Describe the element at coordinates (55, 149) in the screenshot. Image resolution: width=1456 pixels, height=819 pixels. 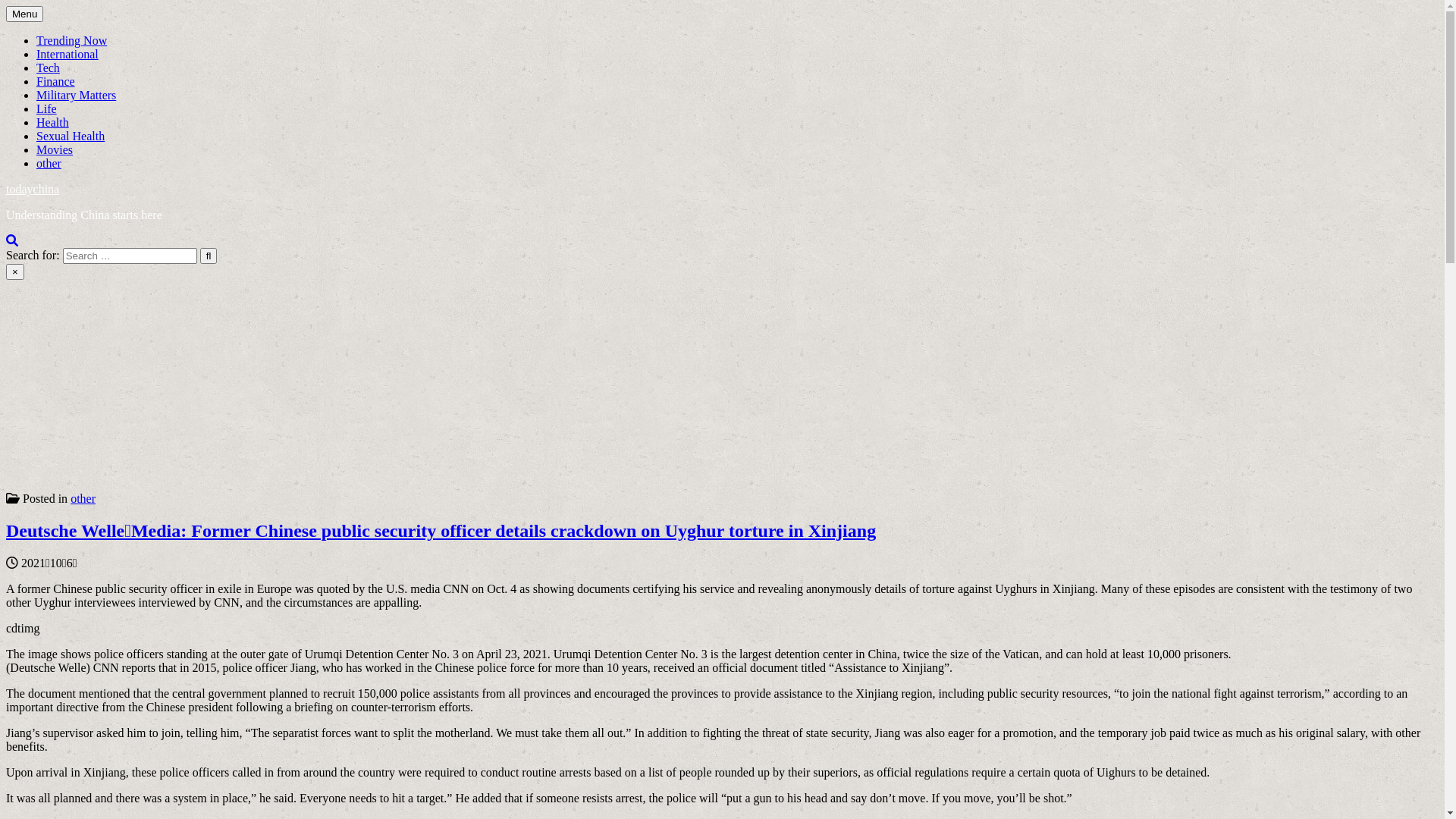
I see `'Movies'` at that location.